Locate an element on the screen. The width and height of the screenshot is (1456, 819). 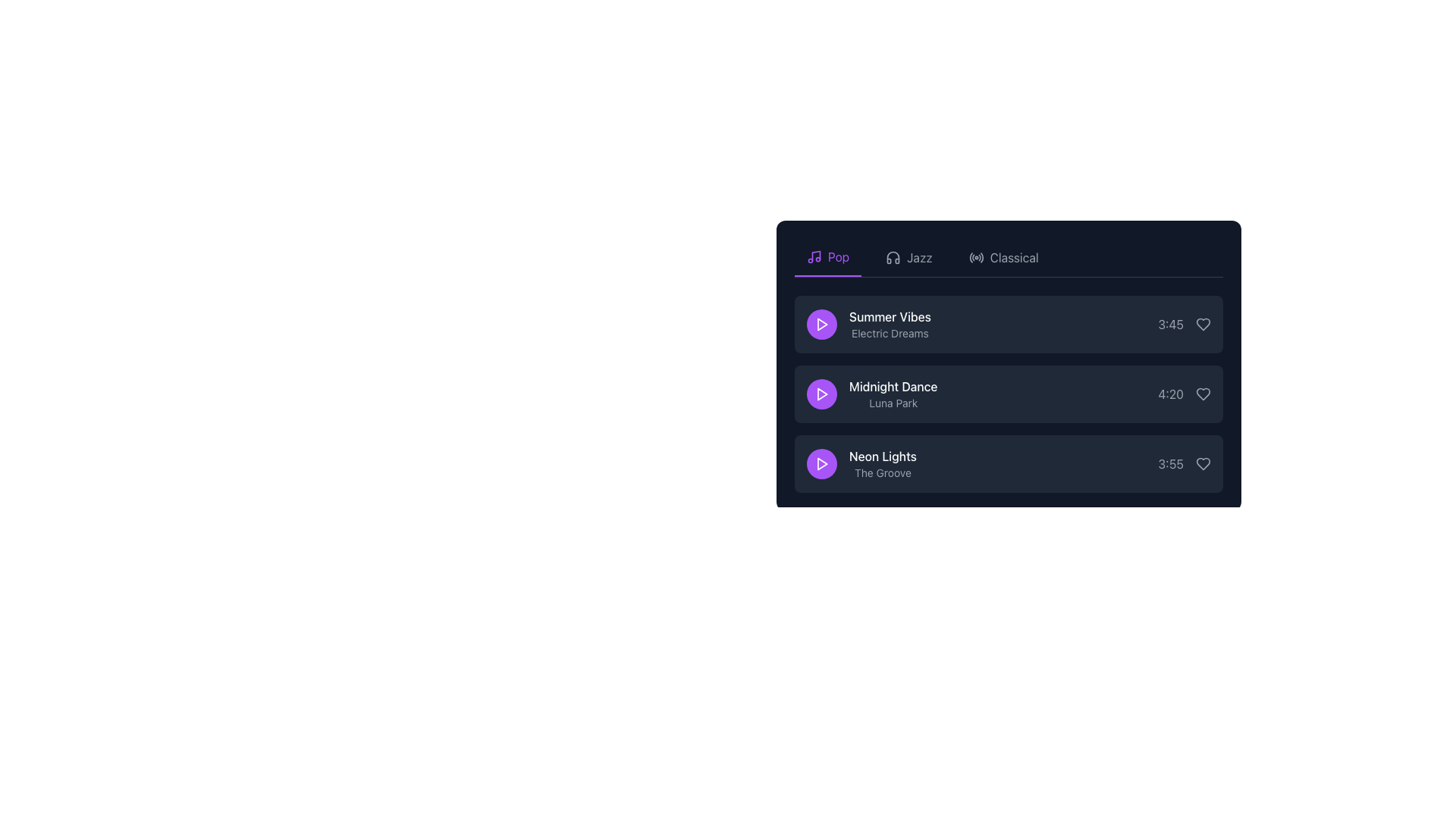
text from the upper text line of the list item that serves as the primary title, located above the subtitle 'Electric Dreams' is located at coordinates (890, 315).